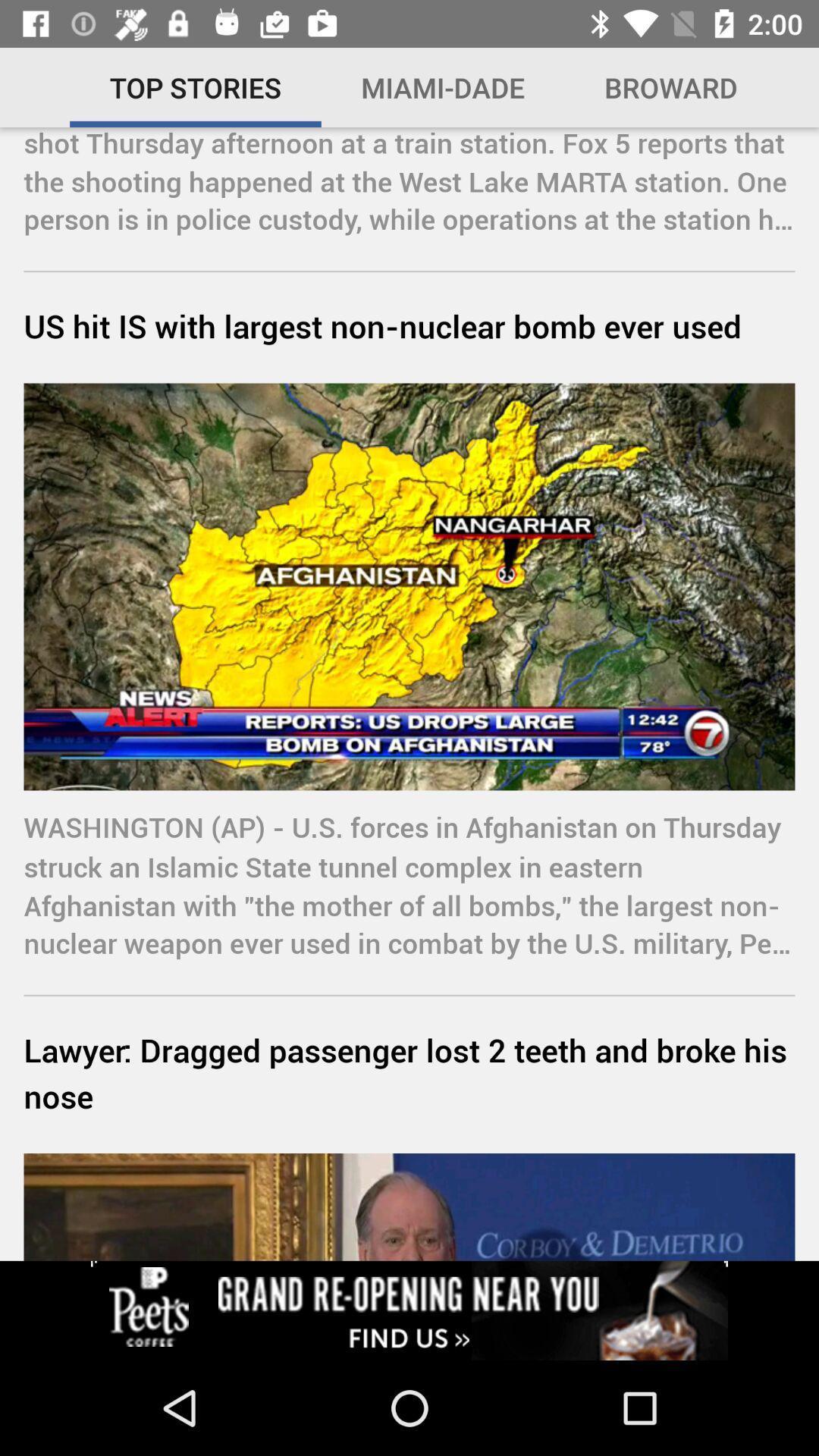  What do you see at coordinates (409, 1310) in the screenshot?
I see `open advertising` at bounding box center [409, 1310].